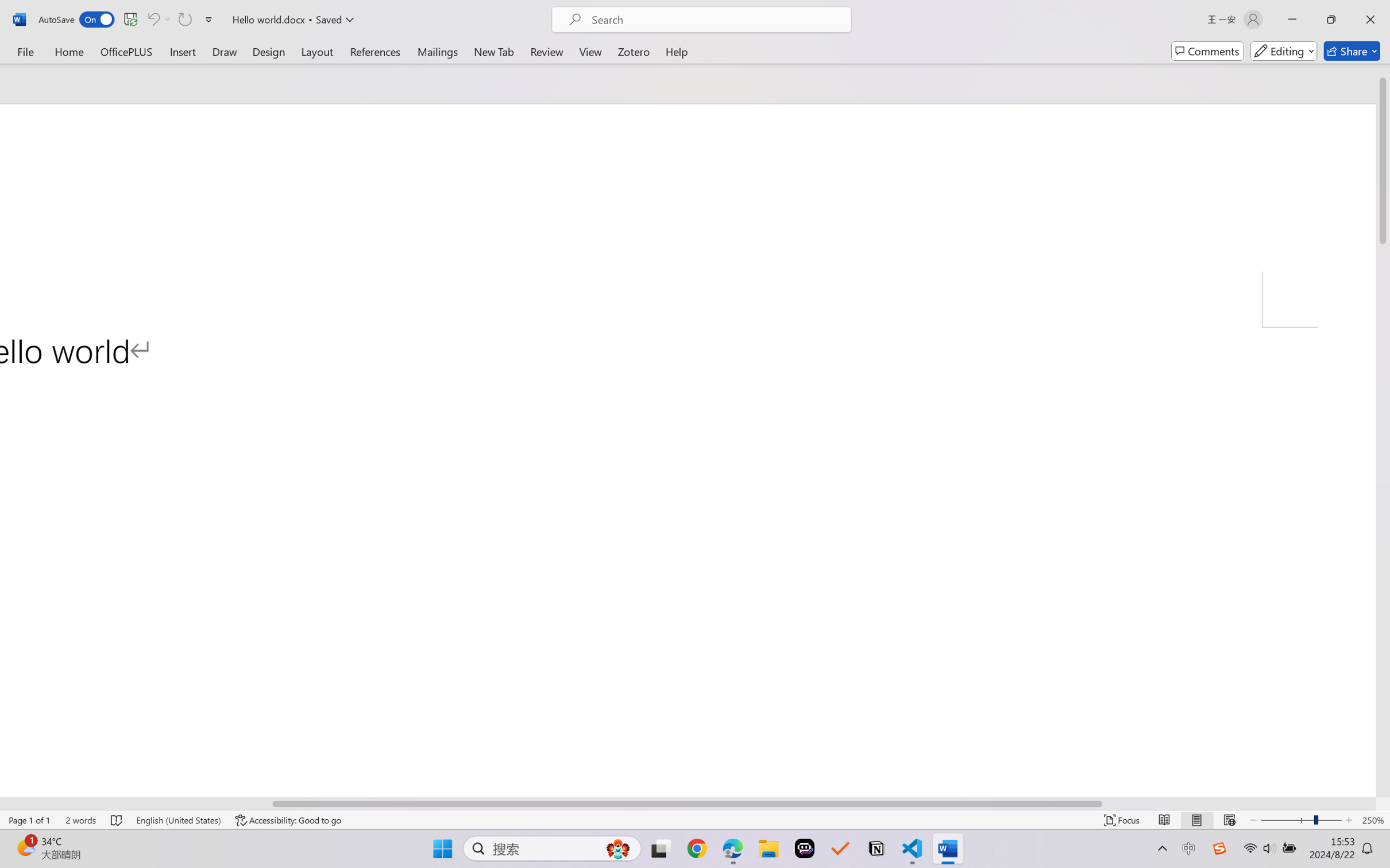 The image size is (1390, 868). What do you see at coordinates (1229, 820) in the screenshot?
I see `'Web Layout'` at bounding box center [1229, 820].